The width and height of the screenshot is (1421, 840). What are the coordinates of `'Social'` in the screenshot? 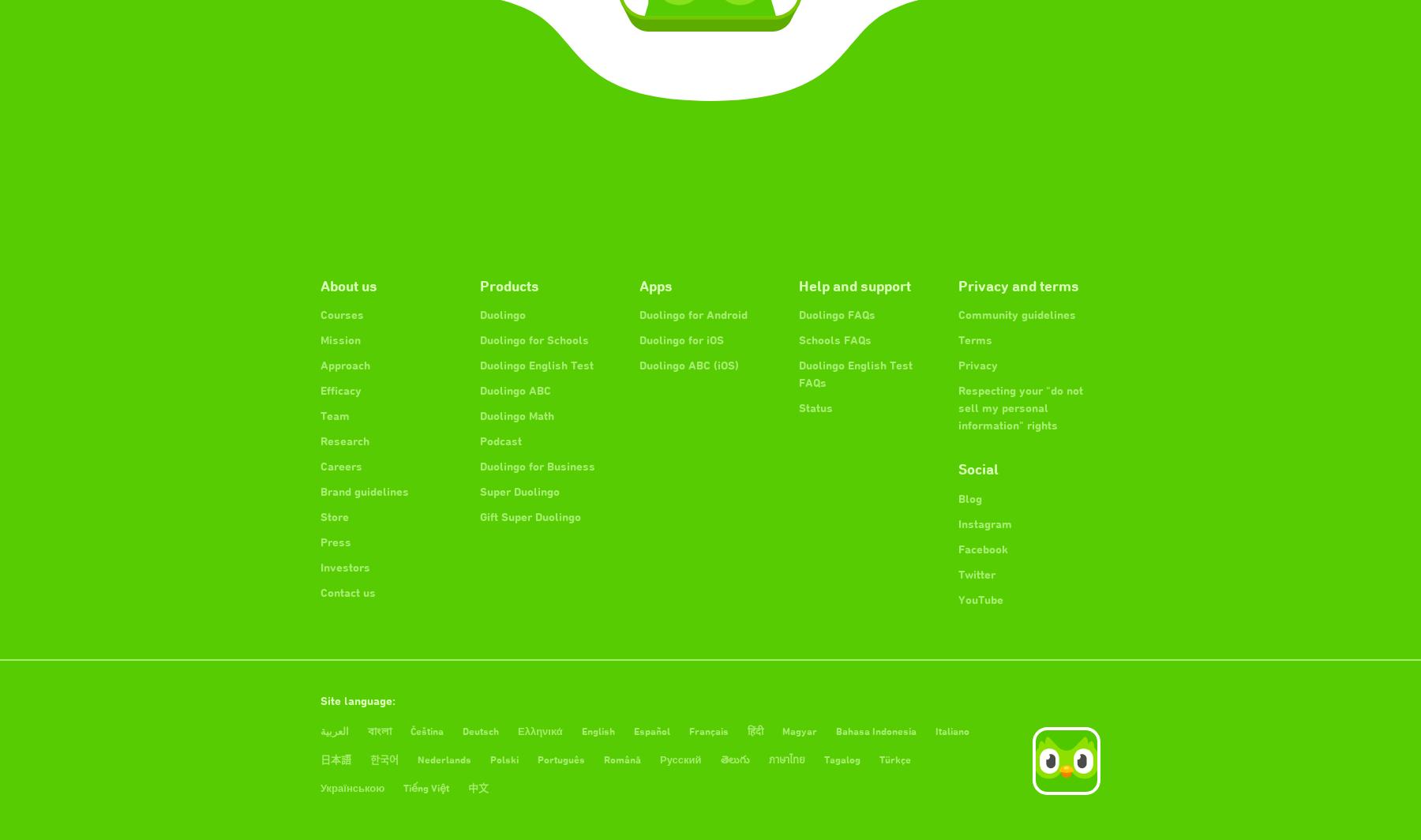 It's located at (978, 469).